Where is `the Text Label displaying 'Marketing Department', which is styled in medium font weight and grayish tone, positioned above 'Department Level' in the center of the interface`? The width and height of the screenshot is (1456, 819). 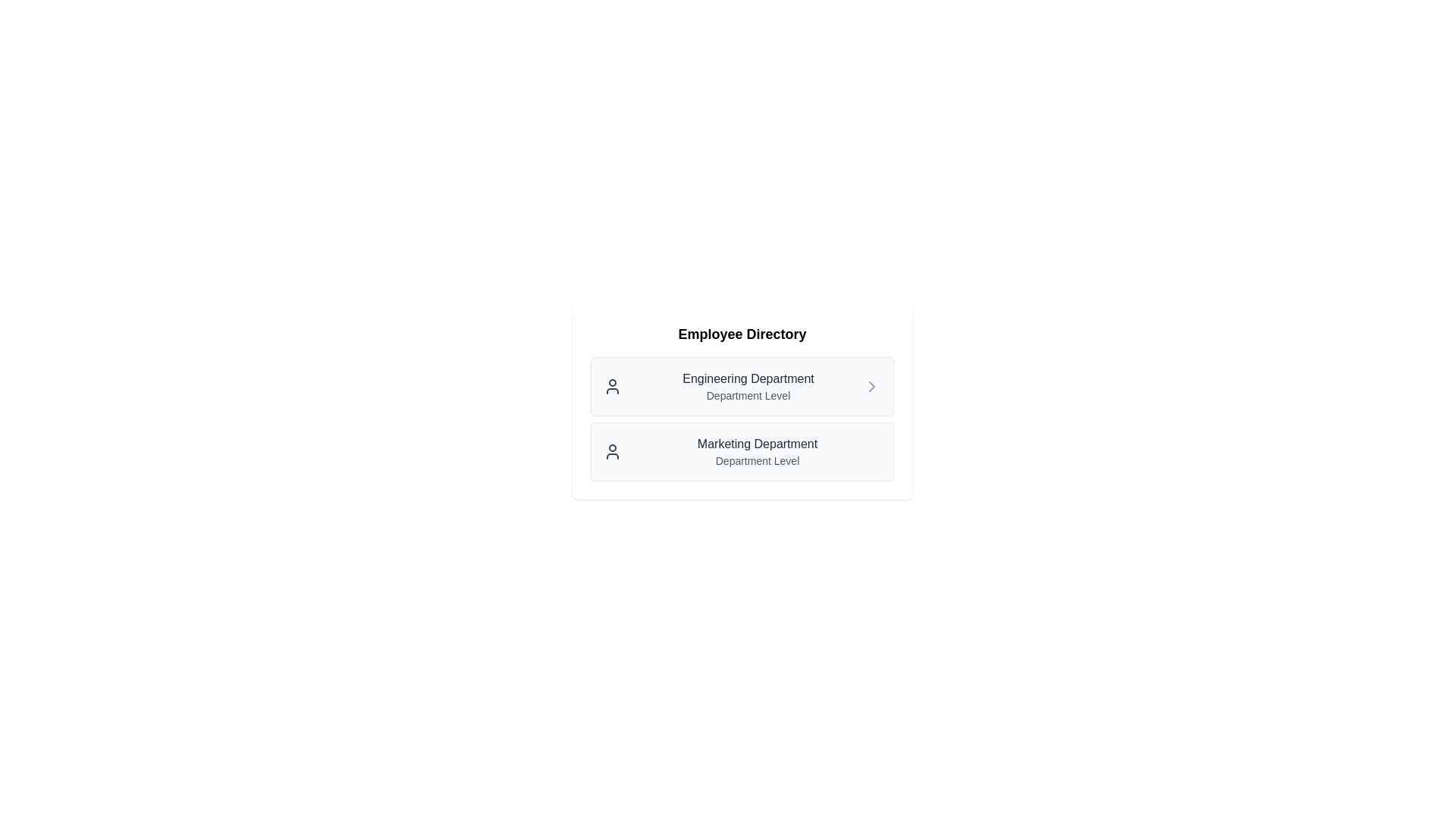 the Text Label displaying 'Marketing Department', which is styled in medium font weight and grayish tone, positioned above 'Department Level' in the center of the interface is located at coordinates (757, 444).